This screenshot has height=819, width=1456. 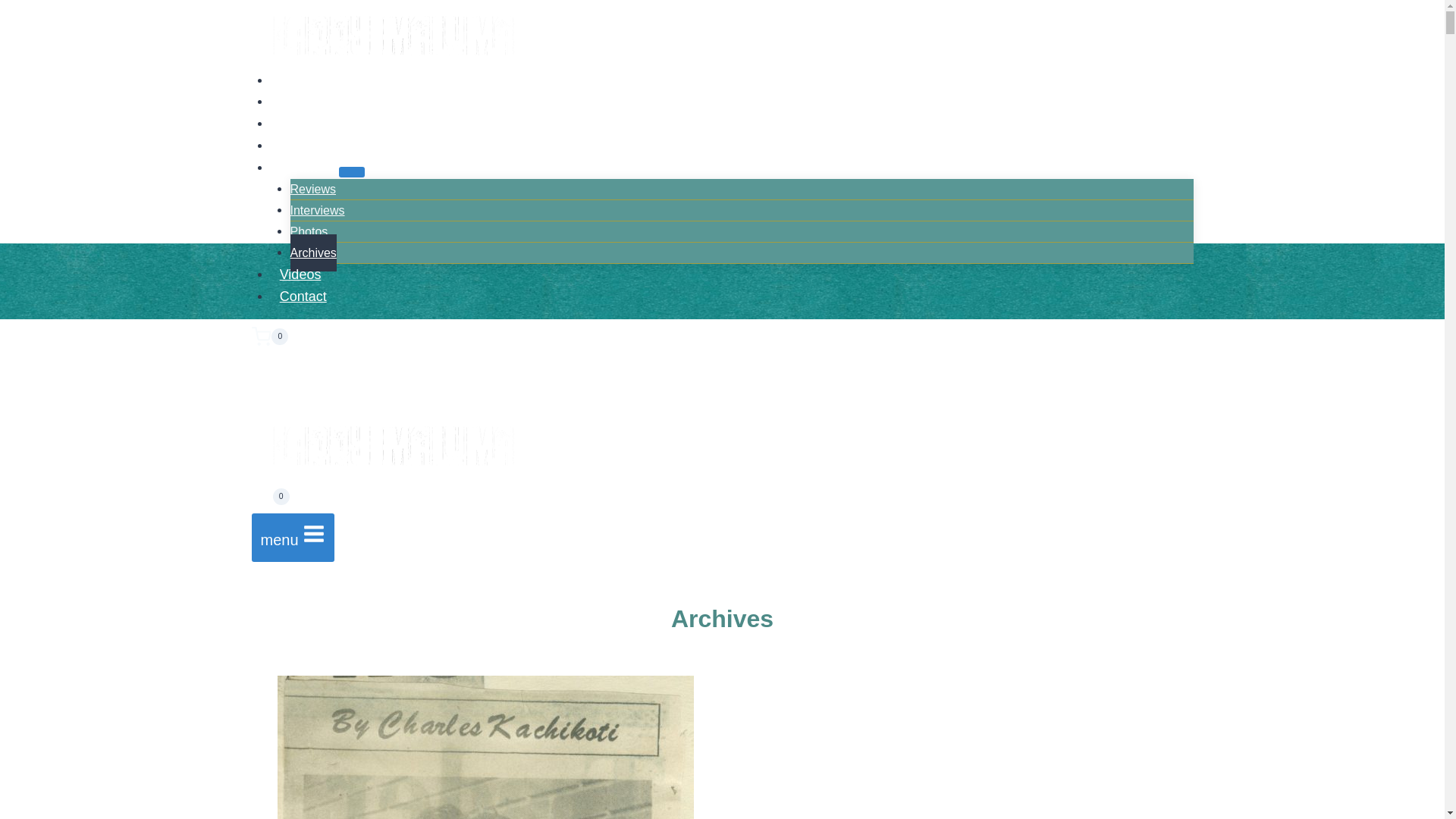 I want to click on 'Reviews', so click(x=312, y=188).